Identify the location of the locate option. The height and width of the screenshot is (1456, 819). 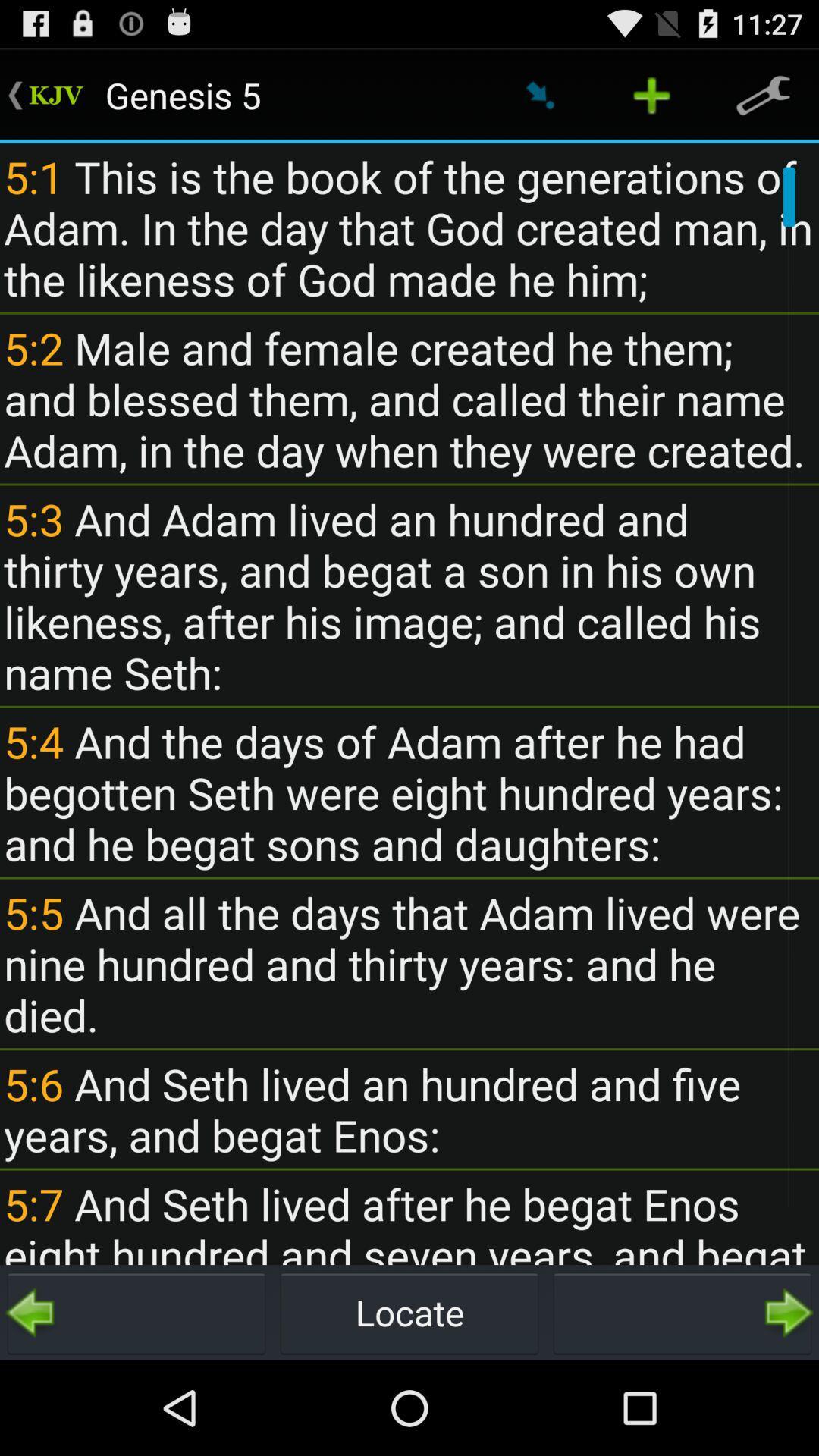
(409, 1312).